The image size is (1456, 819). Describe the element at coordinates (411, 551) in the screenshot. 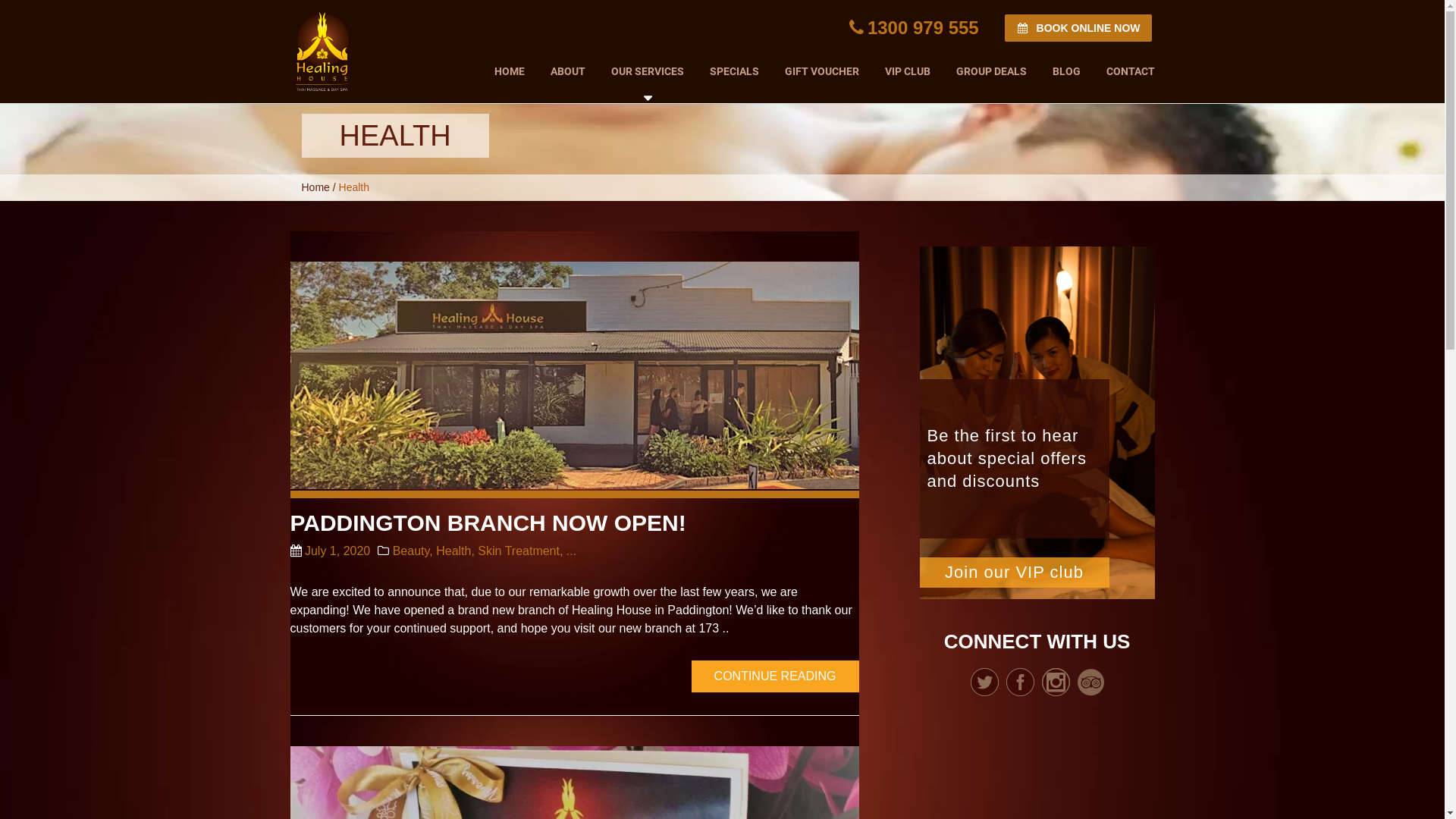

I see `'Beauty'` at that location.